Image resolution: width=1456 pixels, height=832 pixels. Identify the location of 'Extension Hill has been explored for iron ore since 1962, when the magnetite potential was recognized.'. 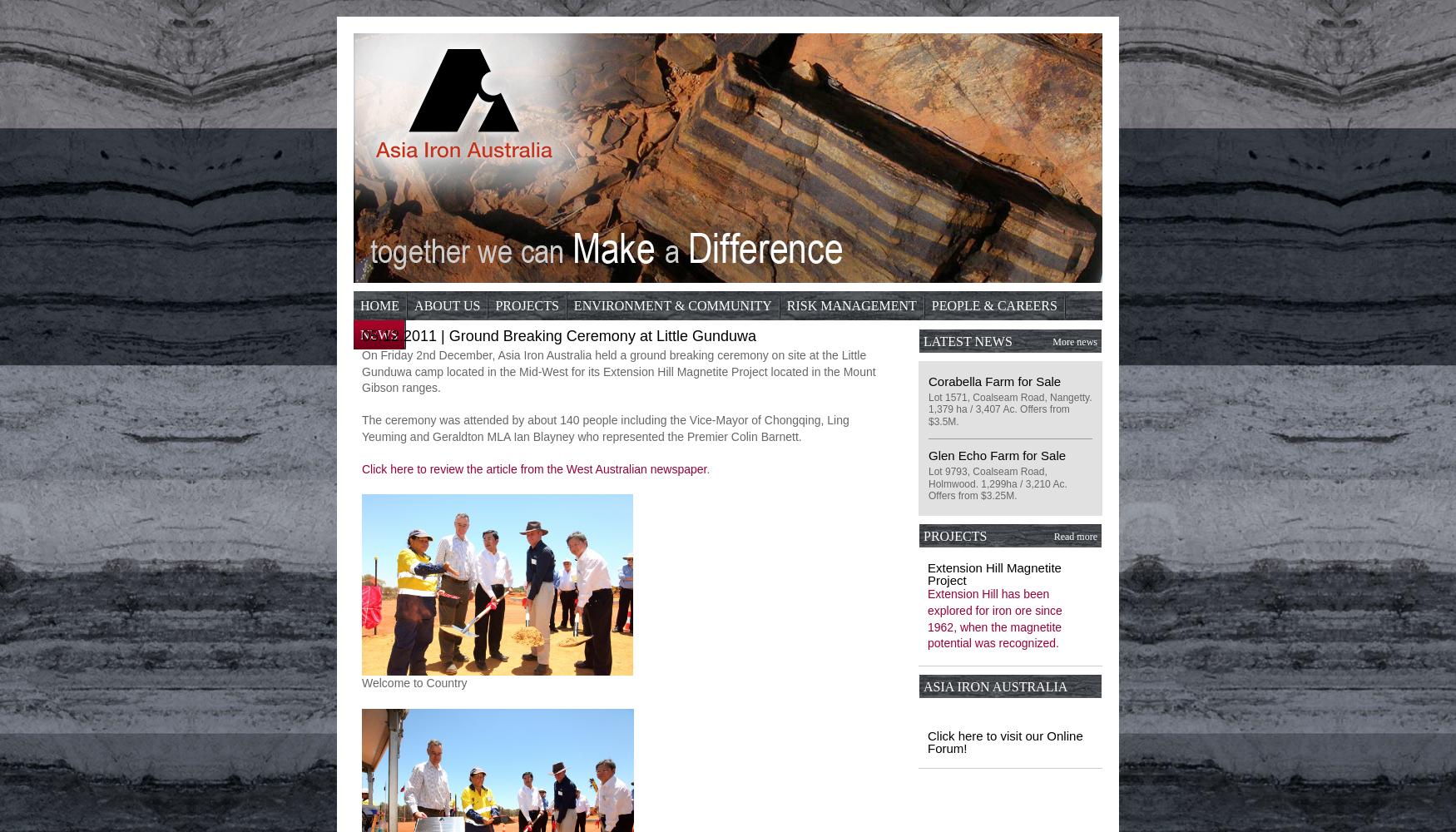
(994, 617).